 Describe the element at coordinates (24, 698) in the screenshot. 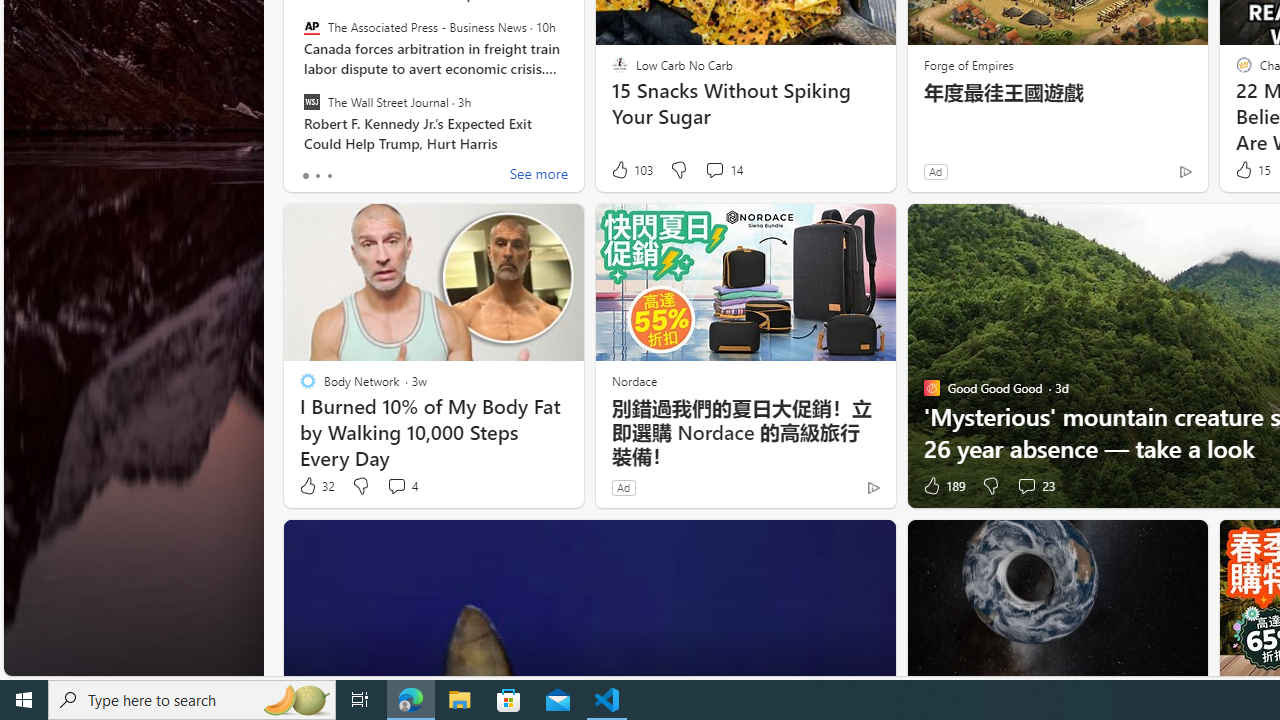

I see `'Start'` at that location.